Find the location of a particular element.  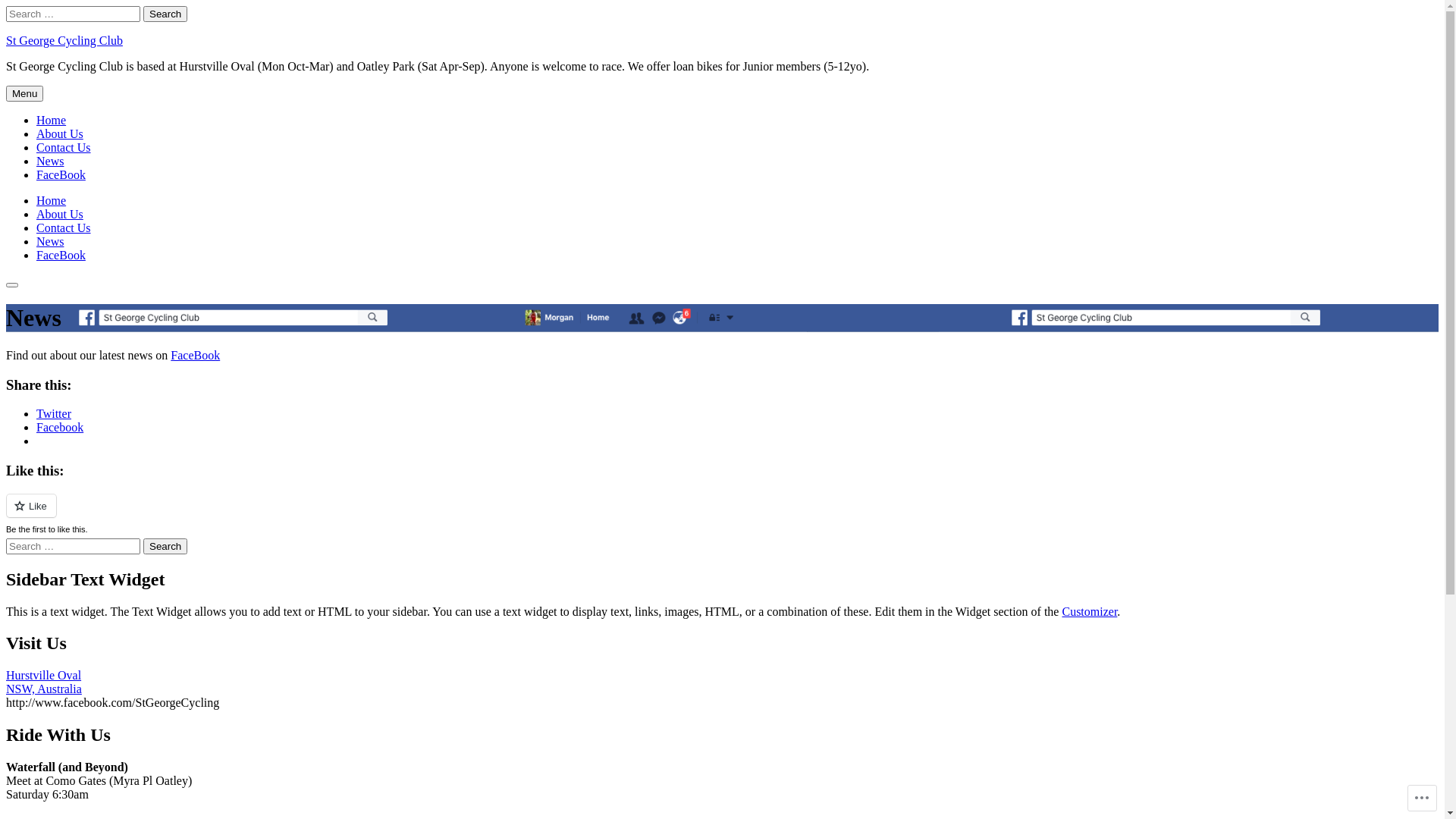

'Skip to content' is located at coordinates (5, 5).